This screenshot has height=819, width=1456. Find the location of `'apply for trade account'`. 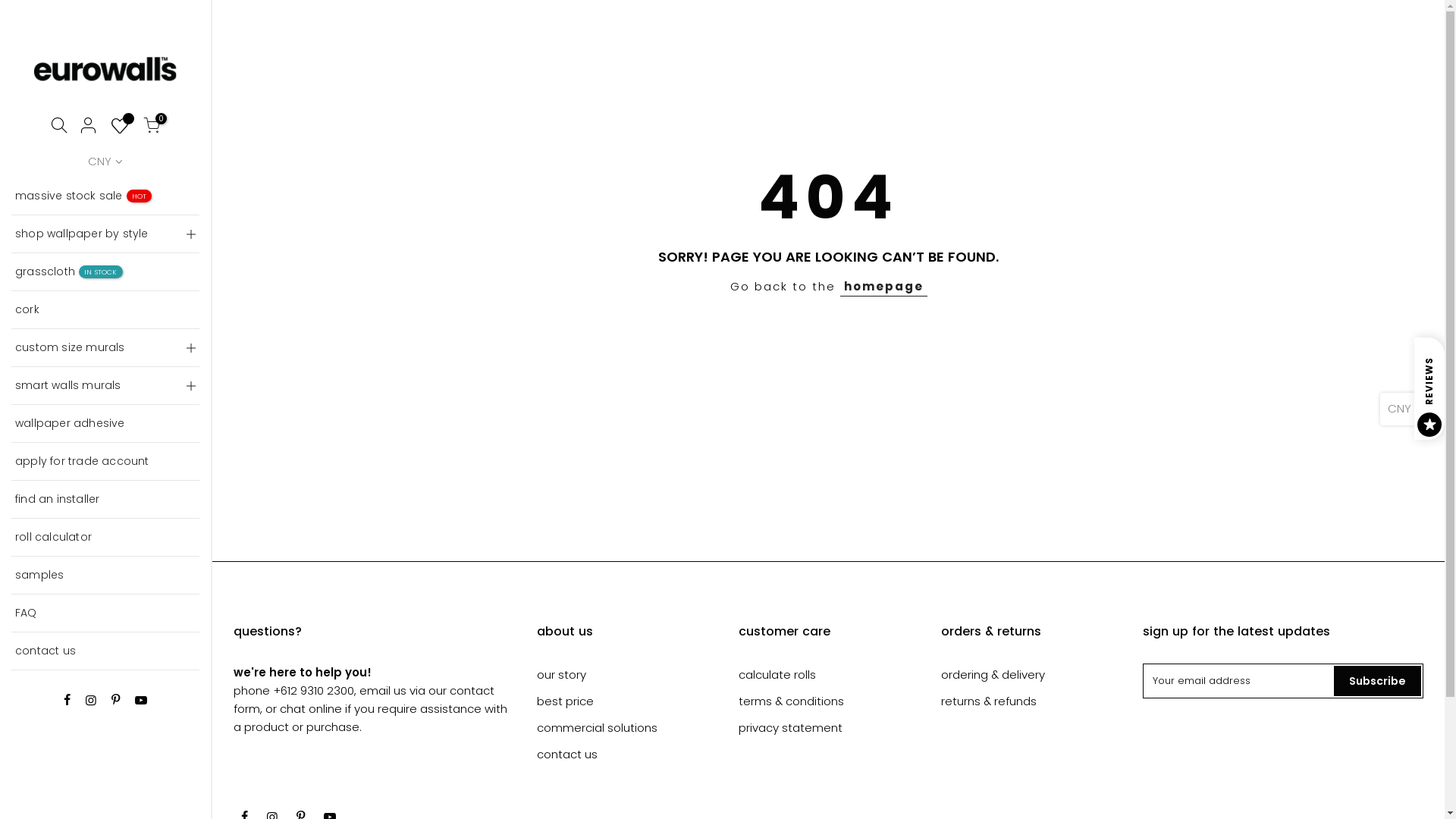

'apply for trade account' is located at coordinates (11, 461).